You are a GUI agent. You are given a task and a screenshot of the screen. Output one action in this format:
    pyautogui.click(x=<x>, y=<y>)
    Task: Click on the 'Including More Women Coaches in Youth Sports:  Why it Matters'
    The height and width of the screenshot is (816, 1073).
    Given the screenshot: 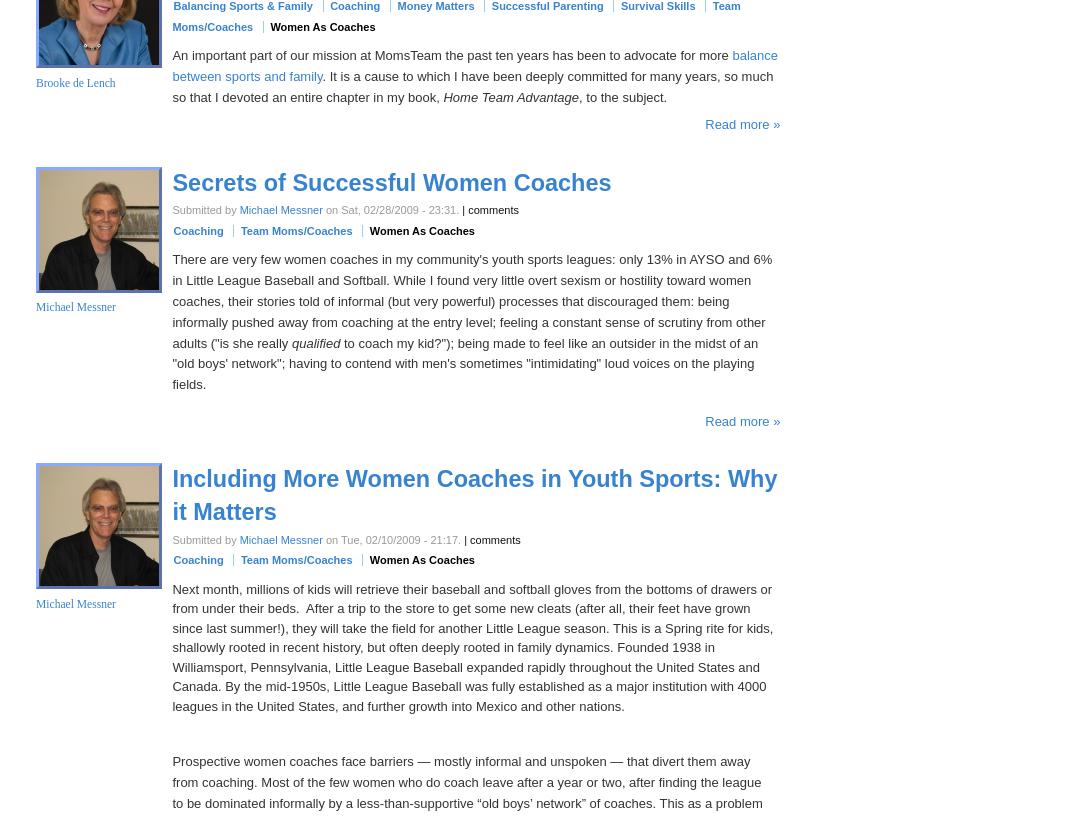 What is the action you would take?
    pyautogui.click(x=474, y=493)
    